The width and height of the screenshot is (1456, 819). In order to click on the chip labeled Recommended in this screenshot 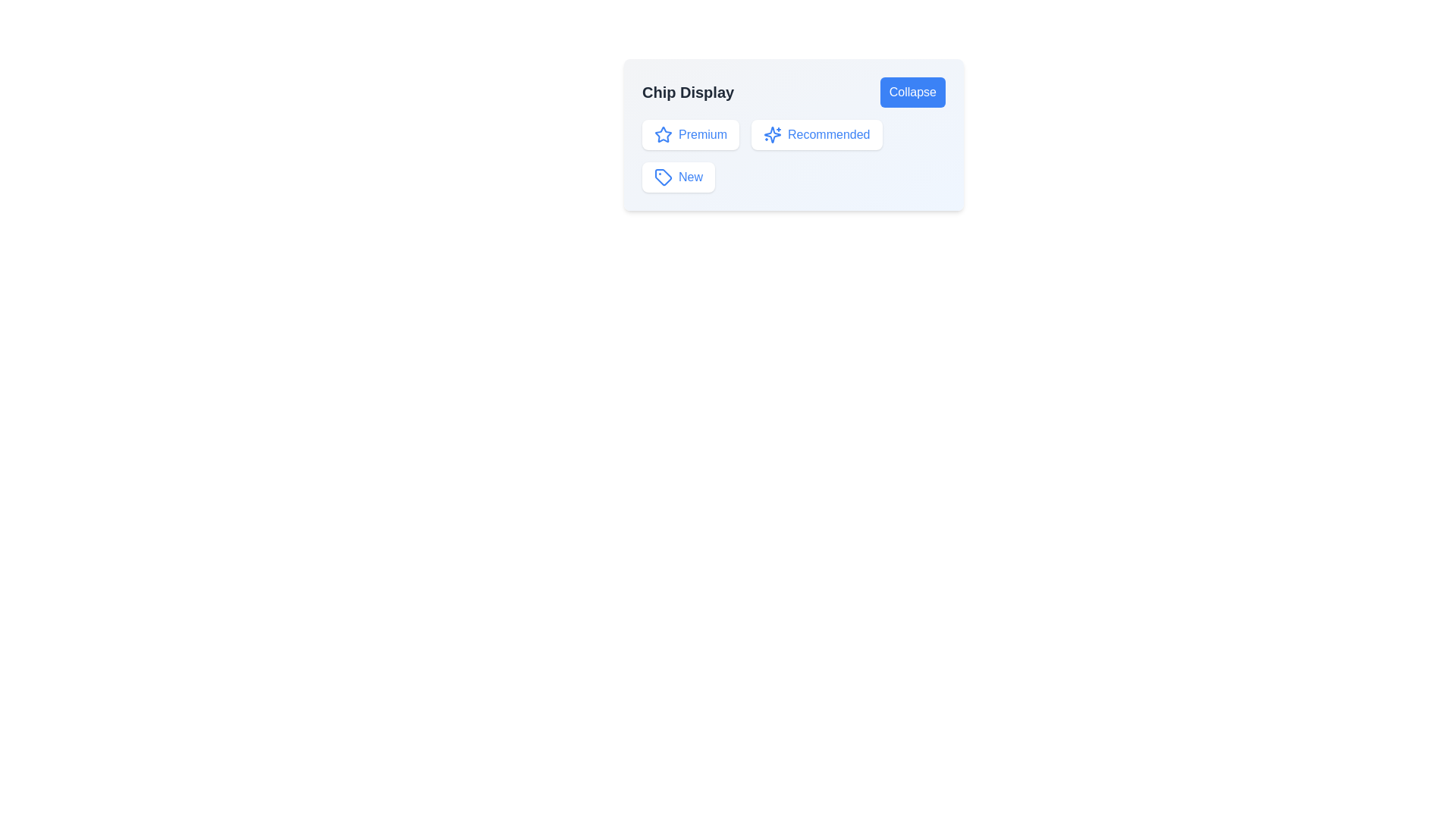, I will do `click(815, 133)`.